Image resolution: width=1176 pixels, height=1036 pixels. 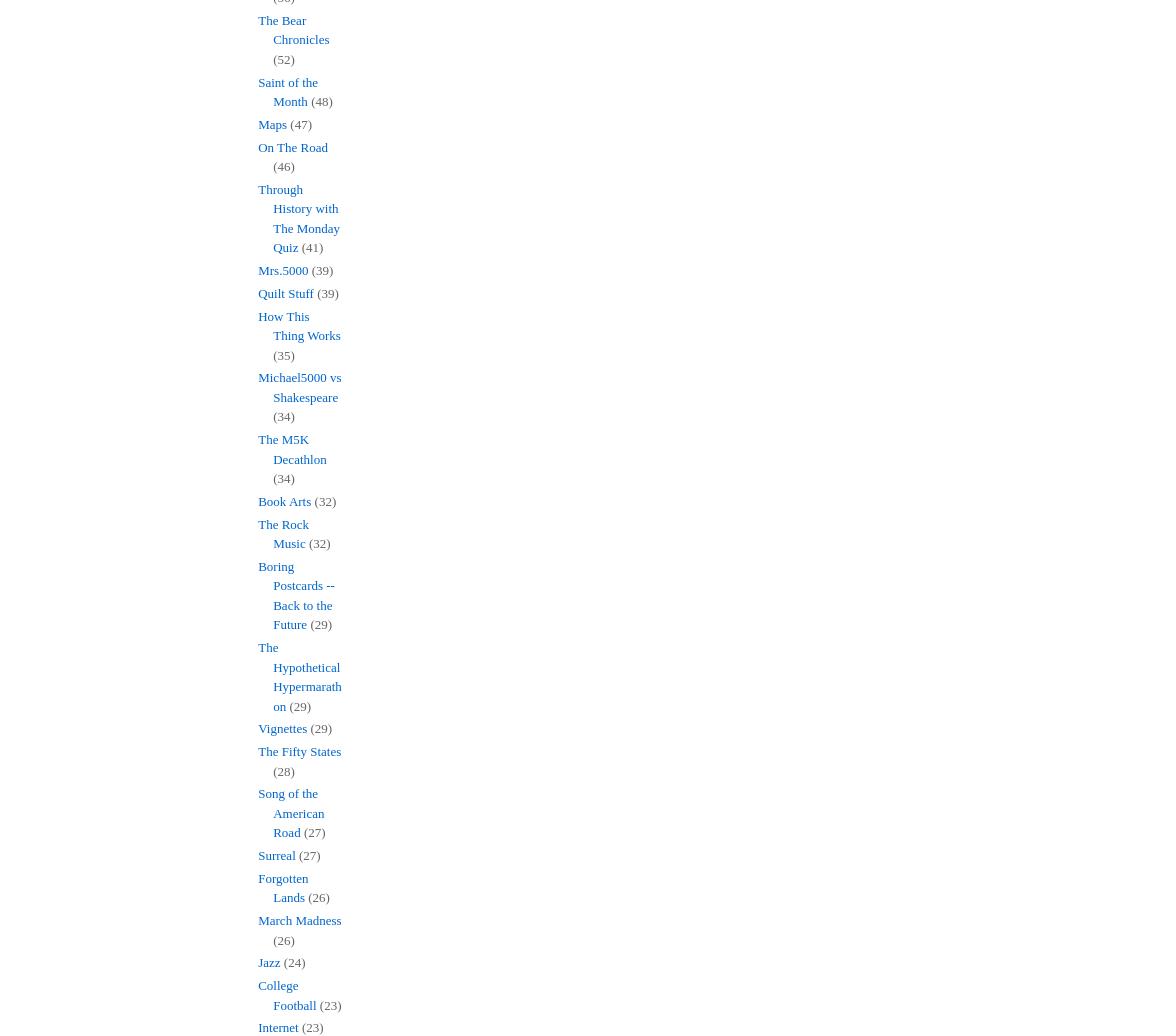 I want to click on '(28)', so click(x=283, y=770).